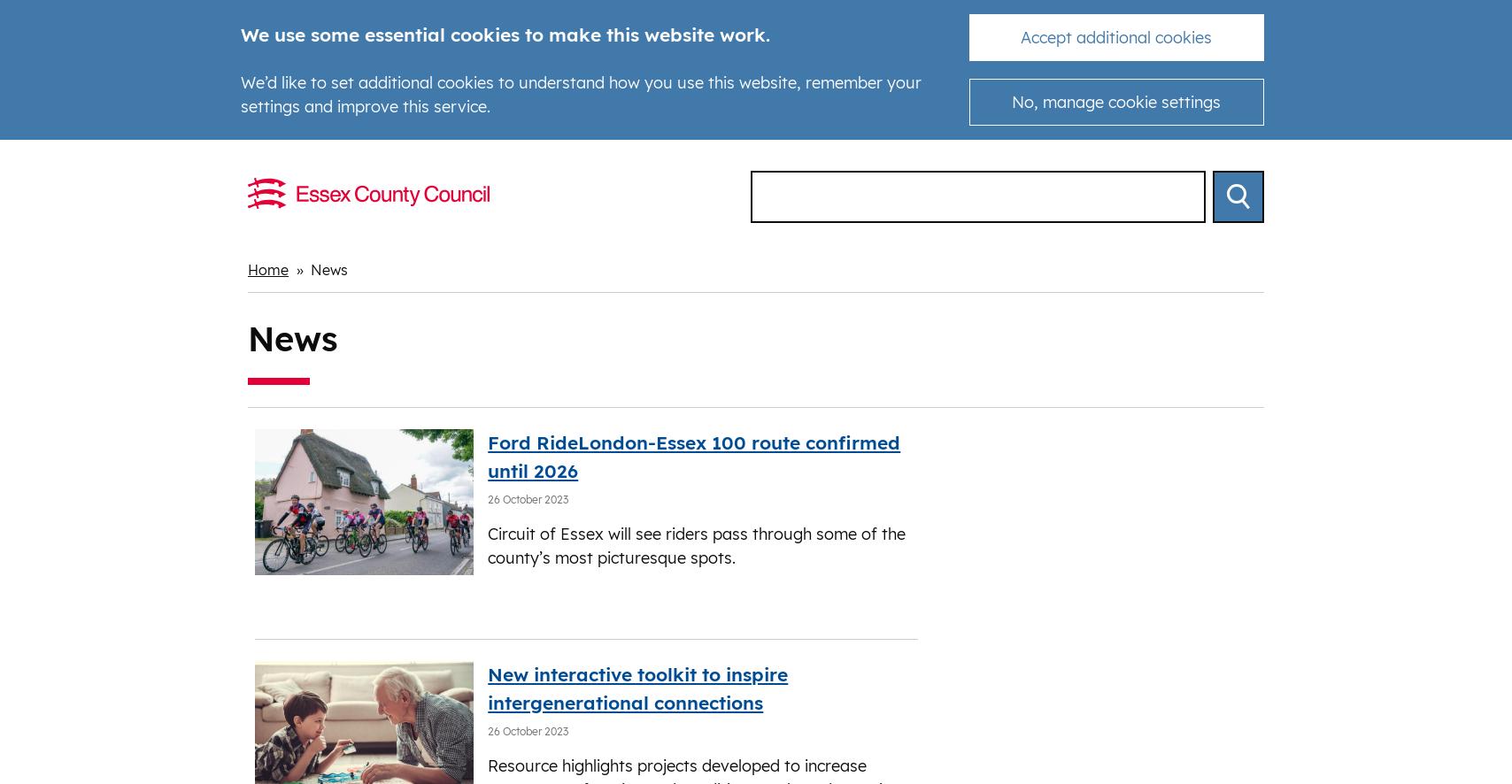 The height and width of the screenshot is (784, 1512). Describe the element at coordinates (697, 545) in the screenshot. I see `'Circuit of Essex will see riders pass through some of the county’s most picturesque spots.'` at that location.